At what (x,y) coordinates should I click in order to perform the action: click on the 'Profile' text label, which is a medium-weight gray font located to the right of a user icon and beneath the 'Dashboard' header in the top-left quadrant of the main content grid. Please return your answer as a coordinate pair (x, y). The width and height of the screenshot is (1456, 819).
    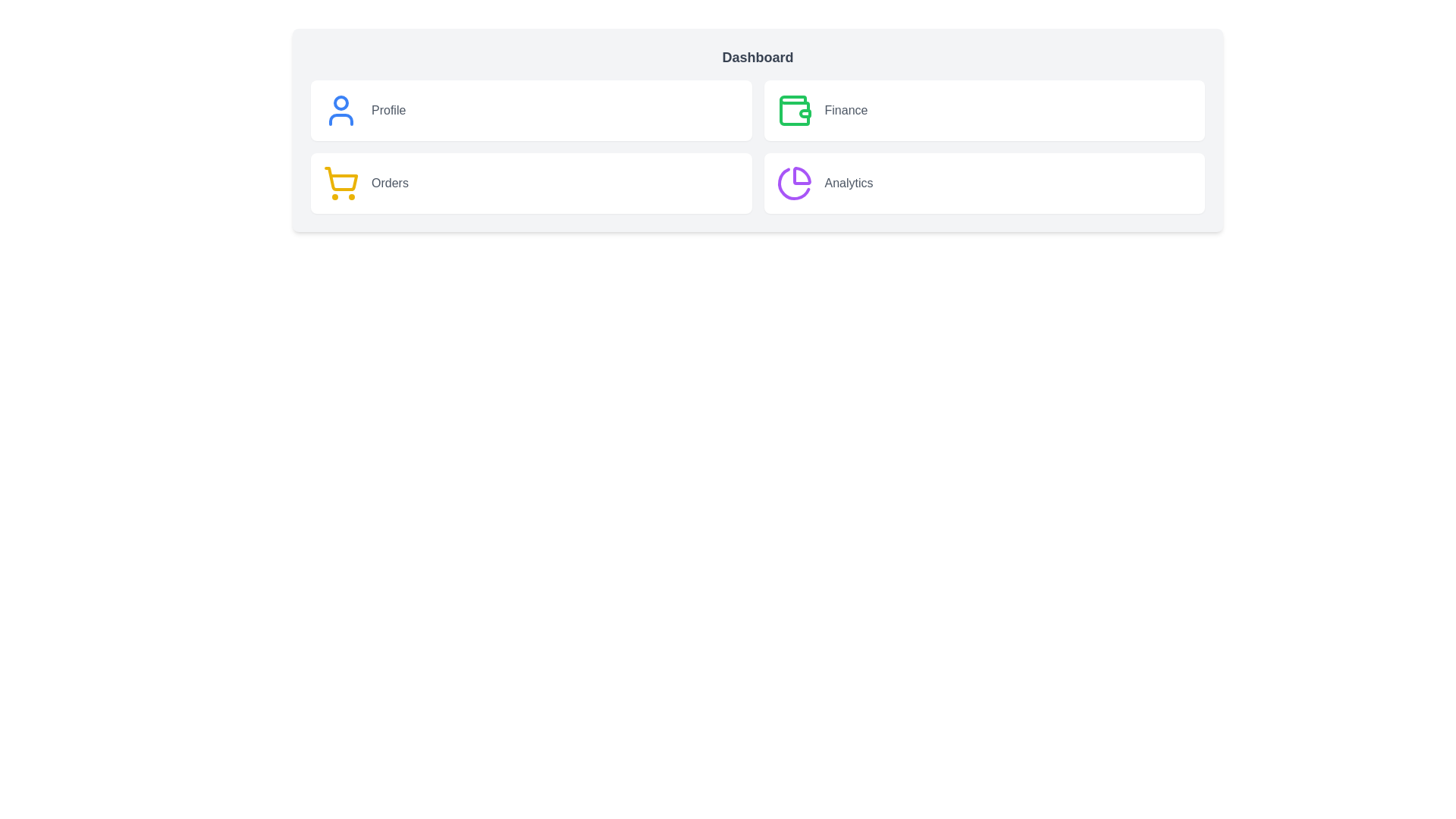
    Looking at the image, I should click on (388, 110).